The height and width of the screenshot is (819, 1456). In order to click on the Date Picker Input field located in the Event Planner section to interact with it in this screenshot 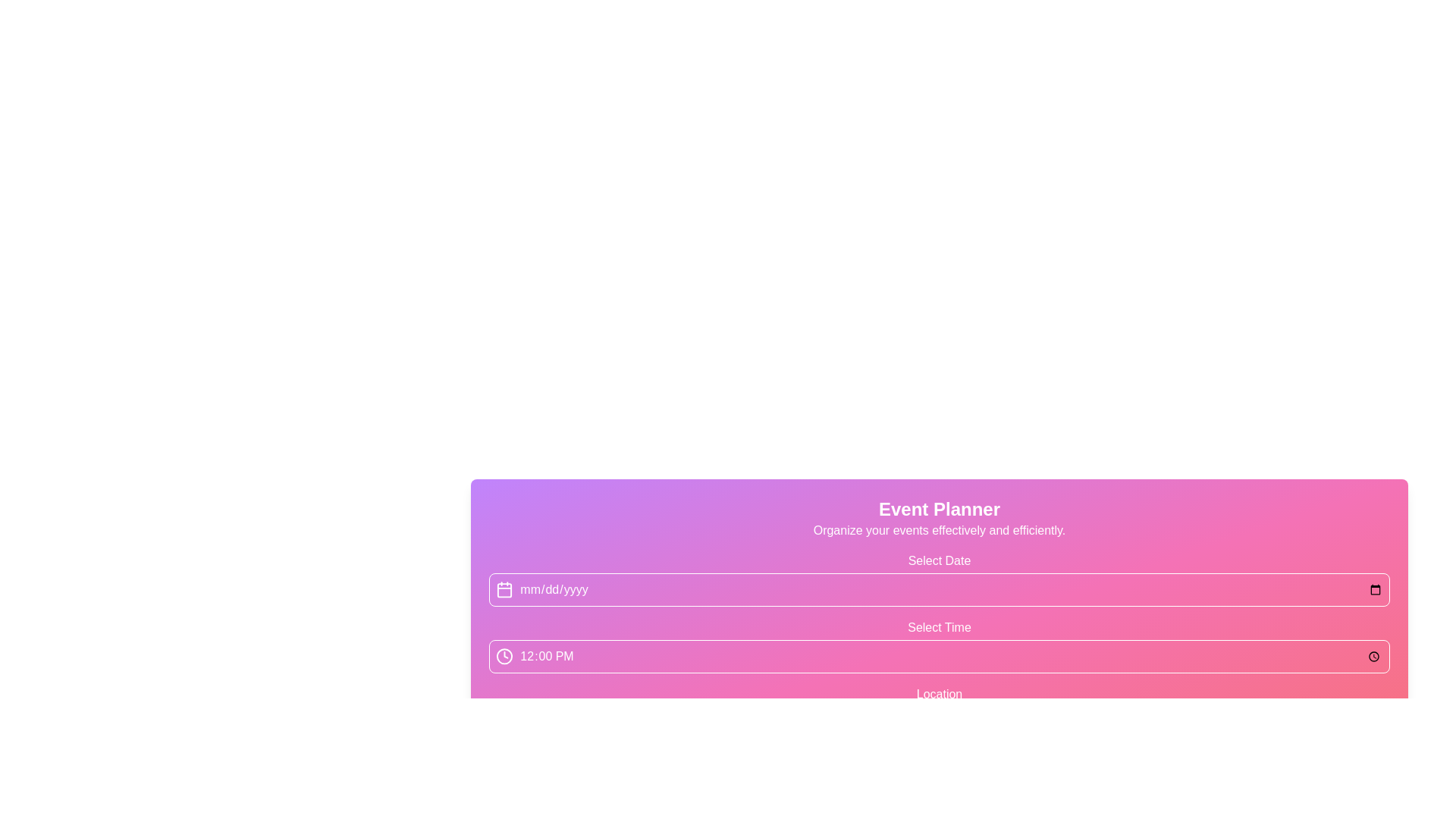, I will do `click(938, 579)`.